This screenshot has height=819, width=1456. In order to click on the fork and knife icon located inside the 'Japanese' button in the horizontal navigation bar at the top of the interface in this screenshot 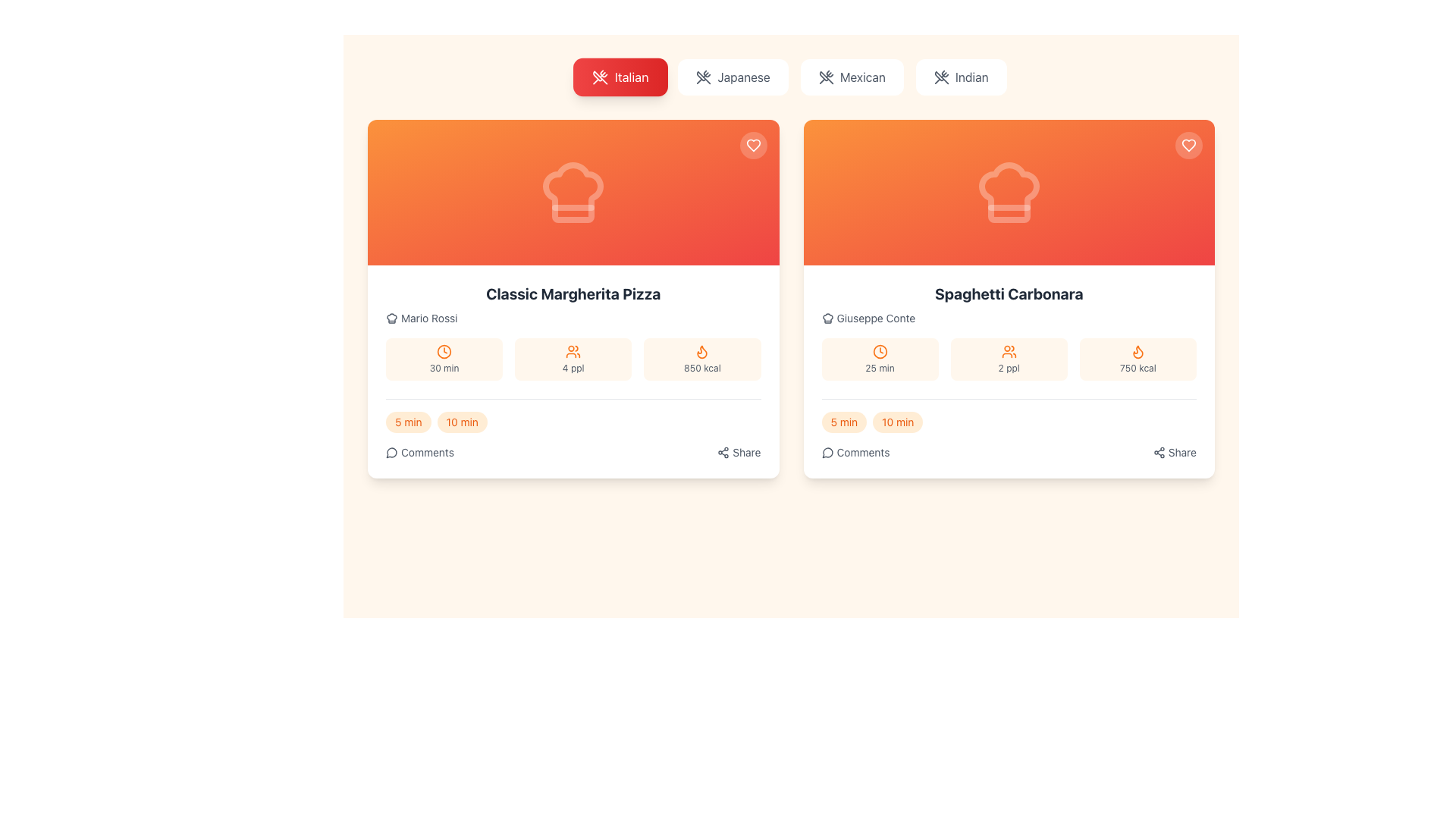, I will do `click(703, 77)`.